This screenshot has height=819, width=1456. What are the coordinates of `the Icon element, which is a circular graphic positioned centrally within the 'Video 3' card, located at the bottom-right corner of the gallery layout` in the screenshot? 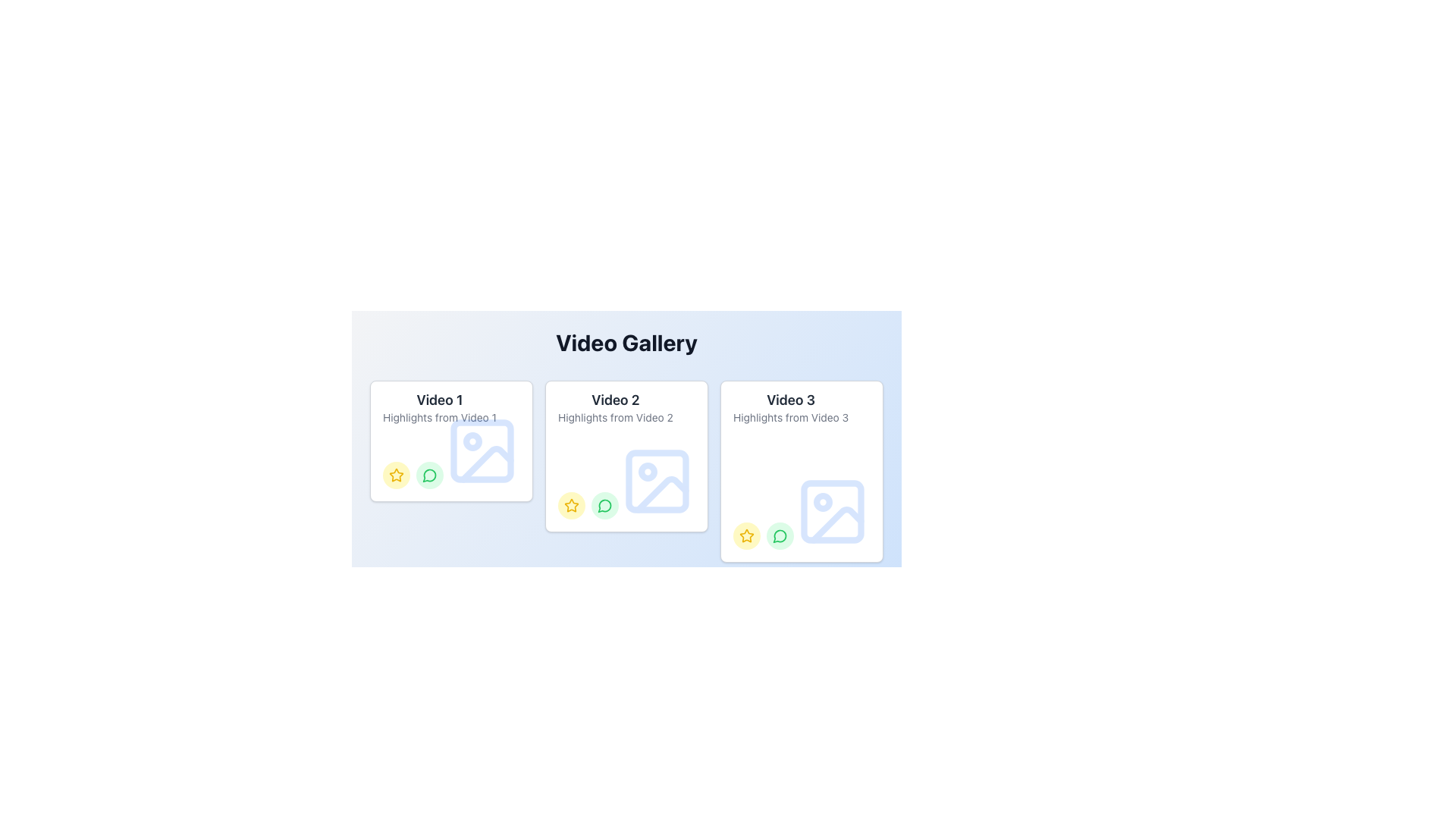 It's located at (822, 502).